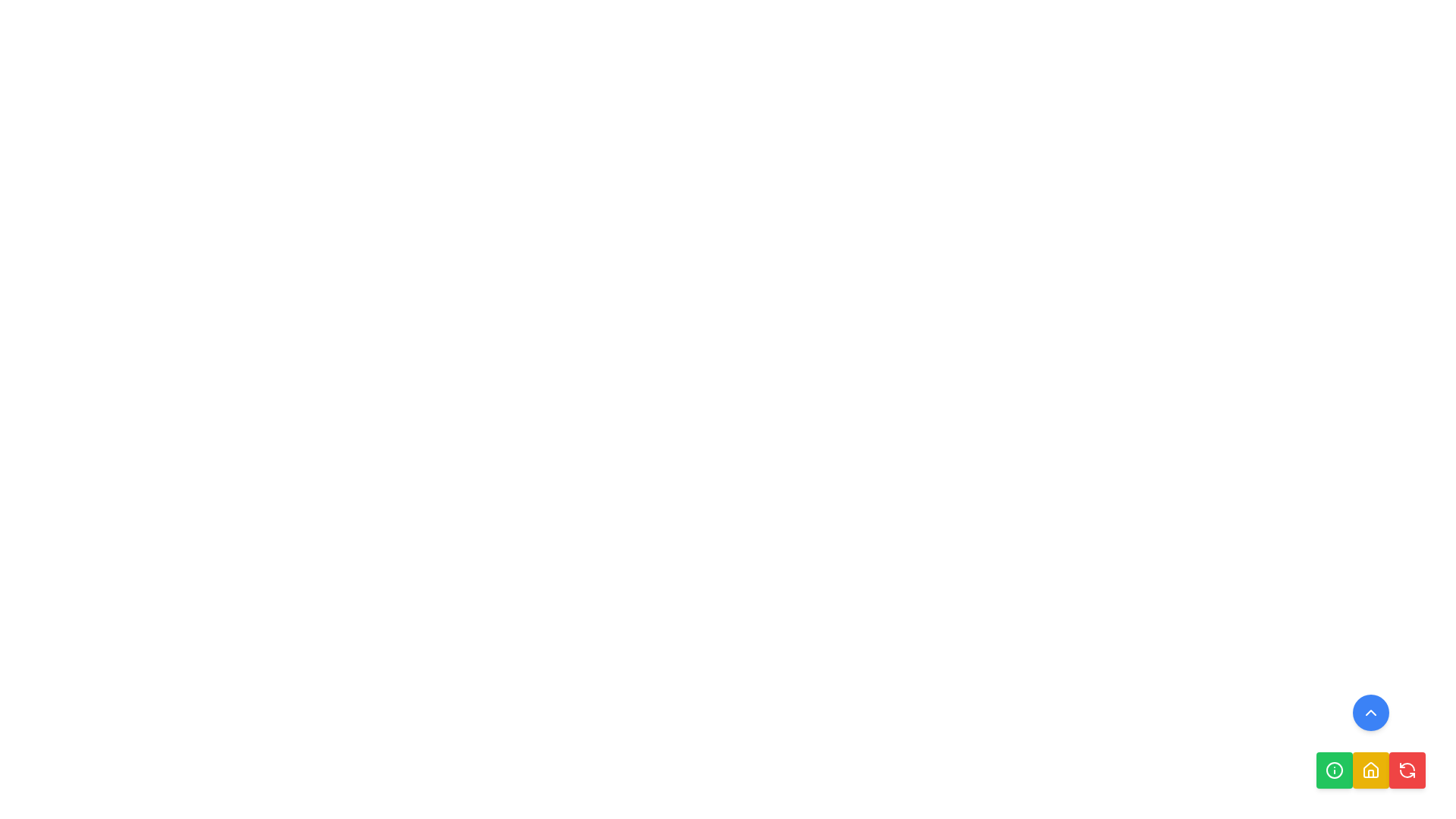  What do you see at coordinates (1371, 769) in the screenshot?
I see `the house-like icon with a yellow fill and black stroke, located between the green info icon and the red refresh icon` at bounding box center [1371, 769].